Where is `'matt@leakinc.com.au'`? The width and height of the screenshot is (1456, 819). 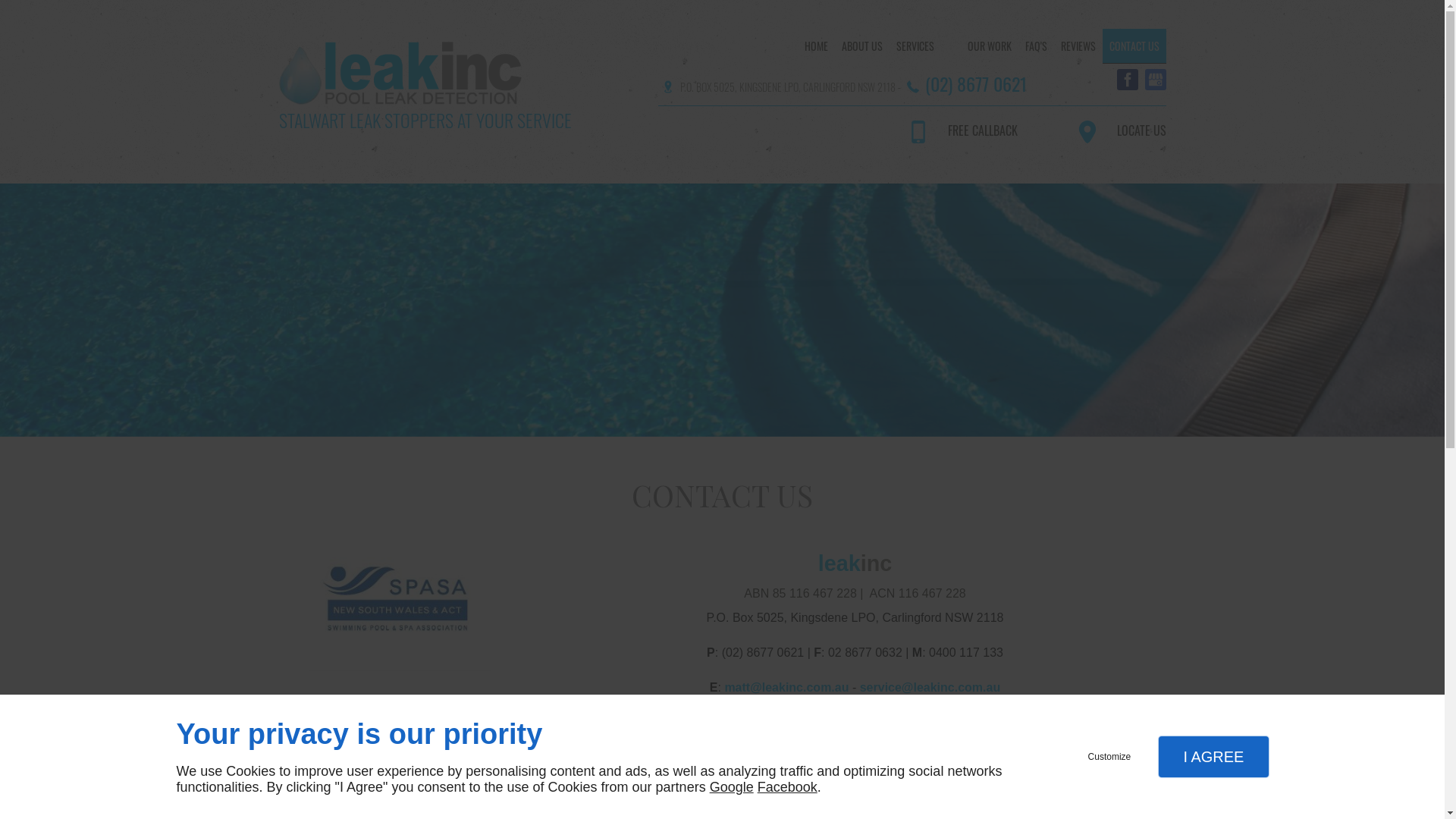
'matt@leakinc.com.au' is located at coordinates (786, 687).